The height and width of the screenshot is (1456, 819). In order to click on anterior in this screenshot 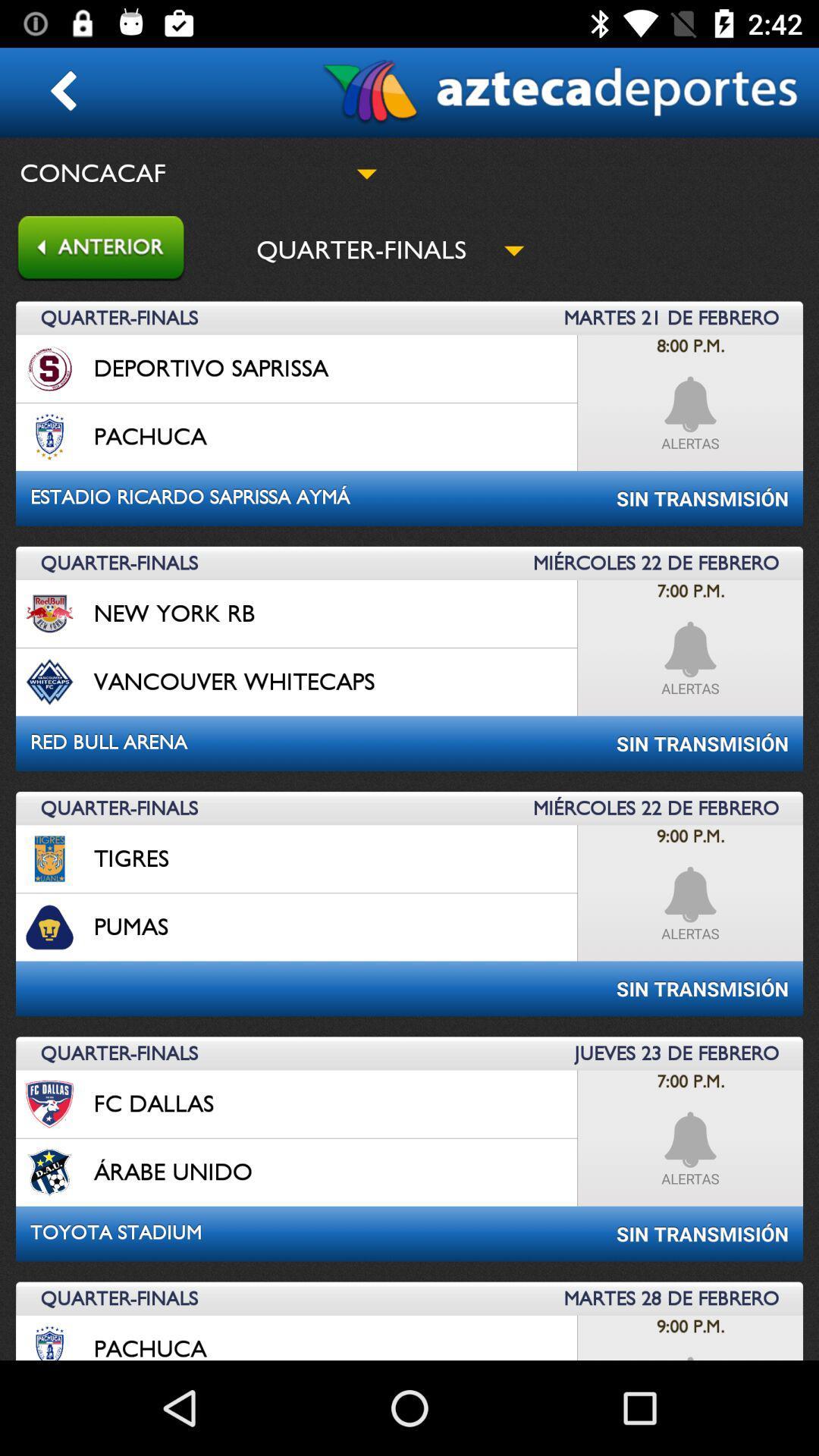, I will do `click(93, 249)`.